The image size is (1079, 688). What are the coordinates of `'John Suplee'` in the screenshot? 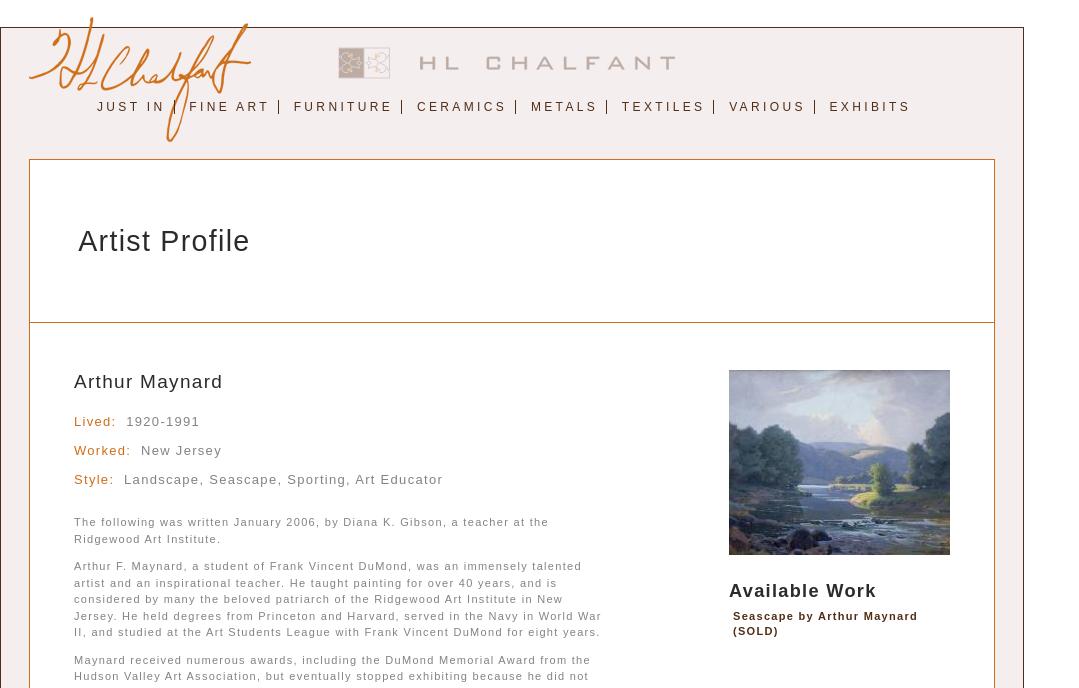 It's located at (885, 181).